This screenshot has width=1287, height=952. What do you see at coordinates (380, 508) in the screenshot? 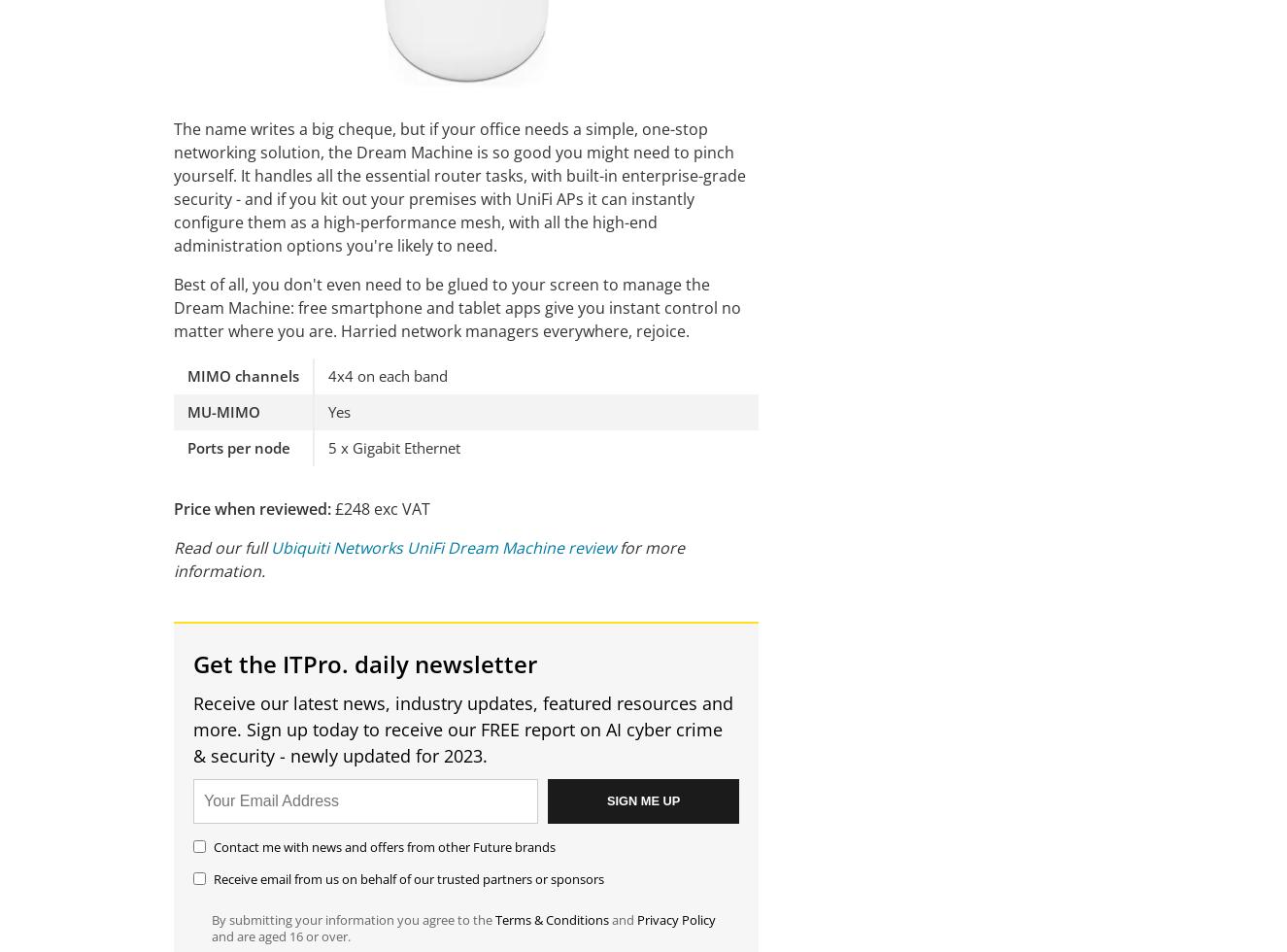
I see `'£248 exc VAT'` at bounding box center [380, 508].